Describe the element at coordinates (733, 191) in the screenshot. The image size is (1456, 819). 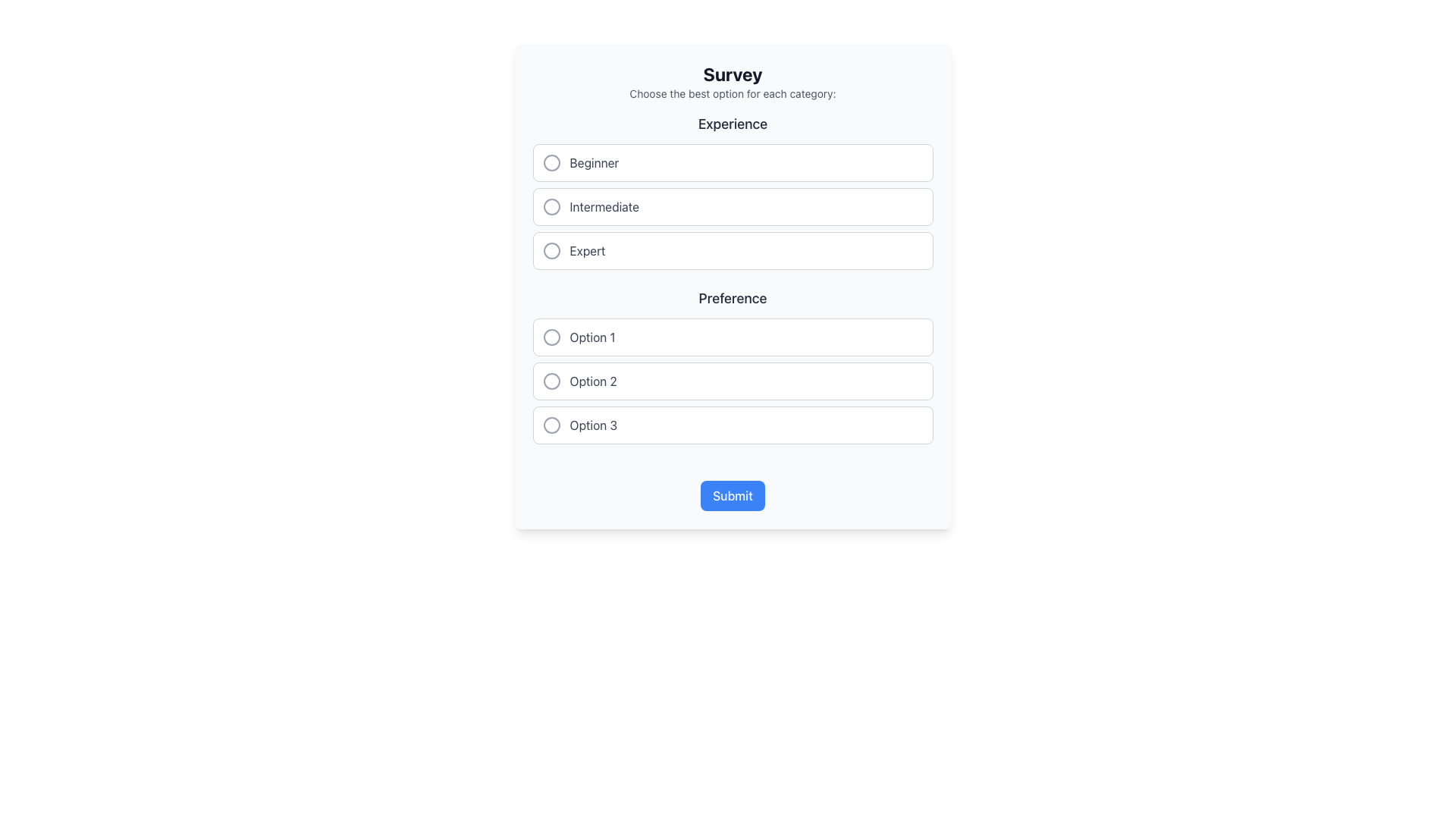
I see `the radio button group labeled 'Experience' containing options 'Beginner', 'Intermediate', and 'Expert'` at that location.